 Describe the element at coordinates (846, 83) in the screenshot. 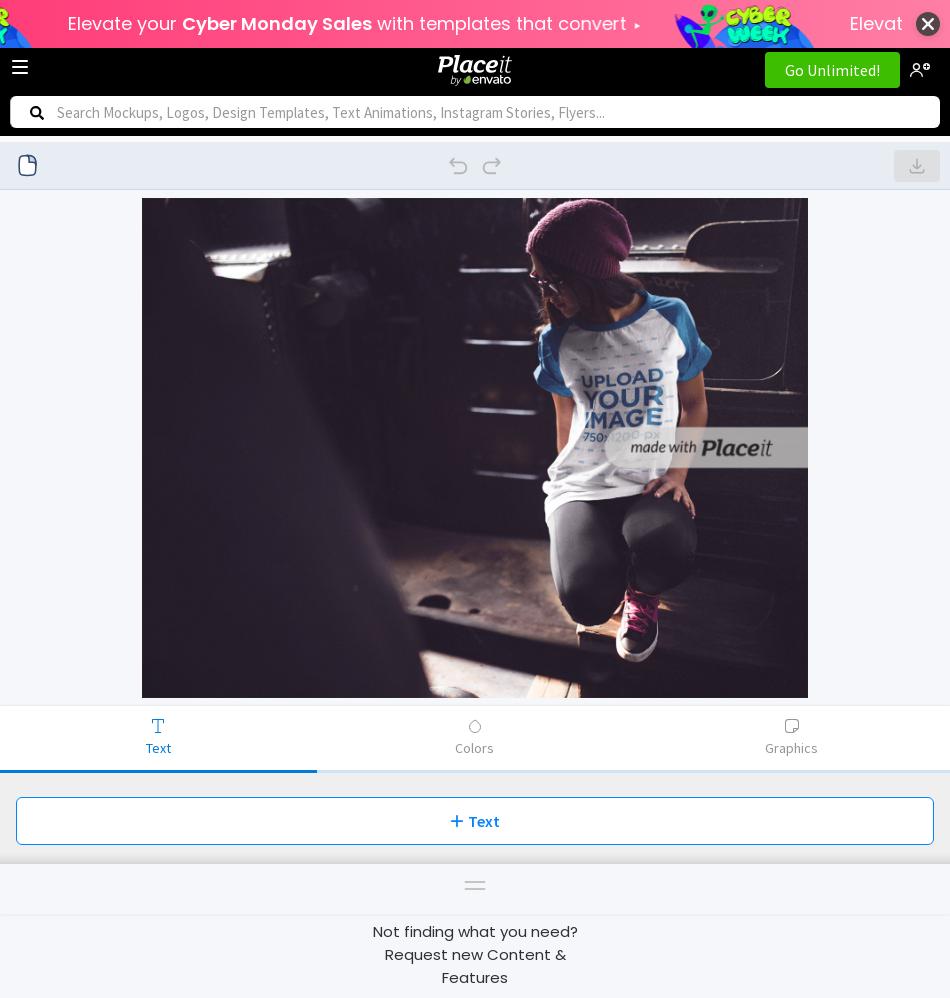

I see `'Videos'` at that location.